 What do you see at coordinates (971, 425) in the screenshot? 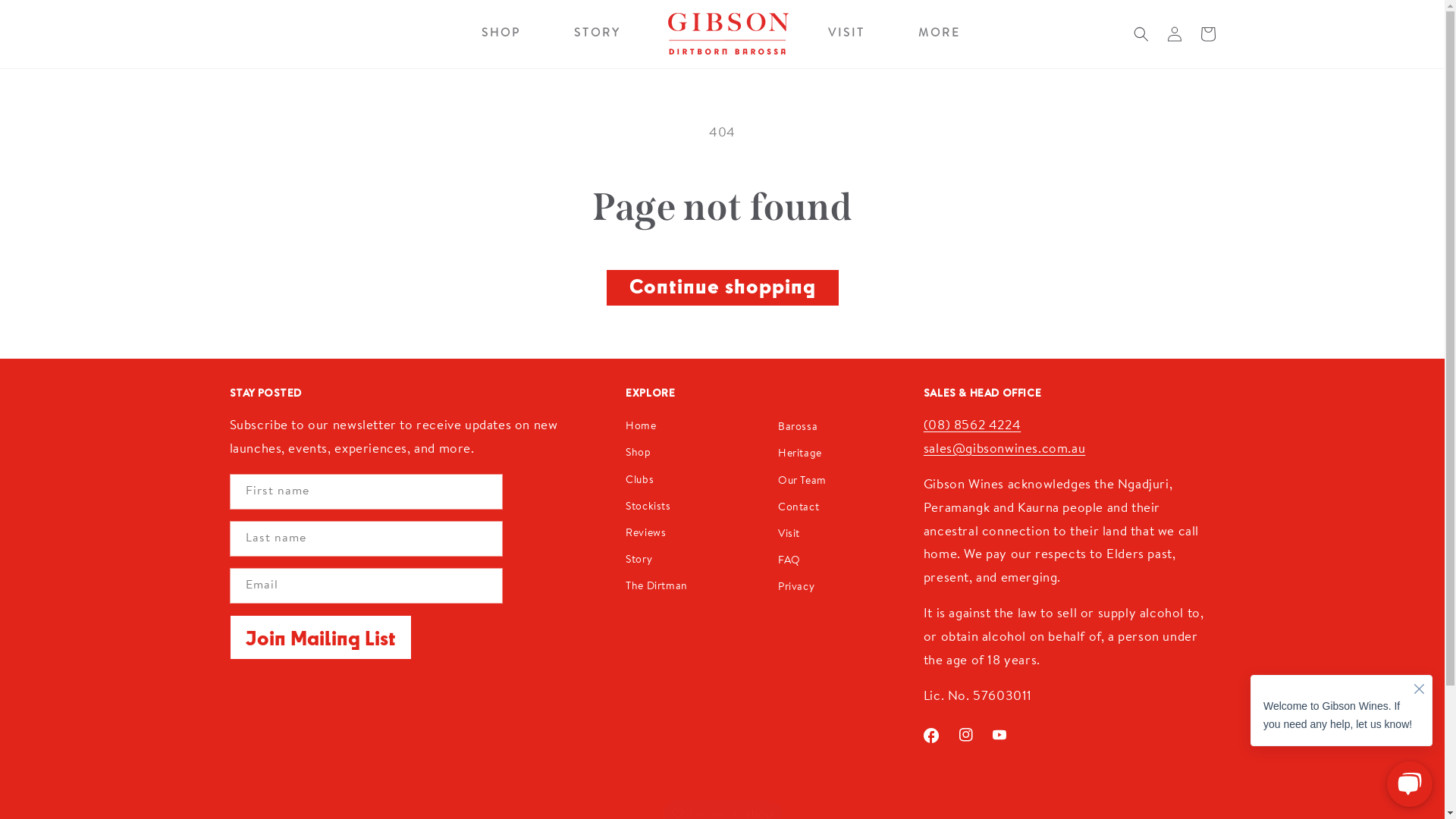
I see `'(08) 8562 4224'` at bounding box center [971, 425].